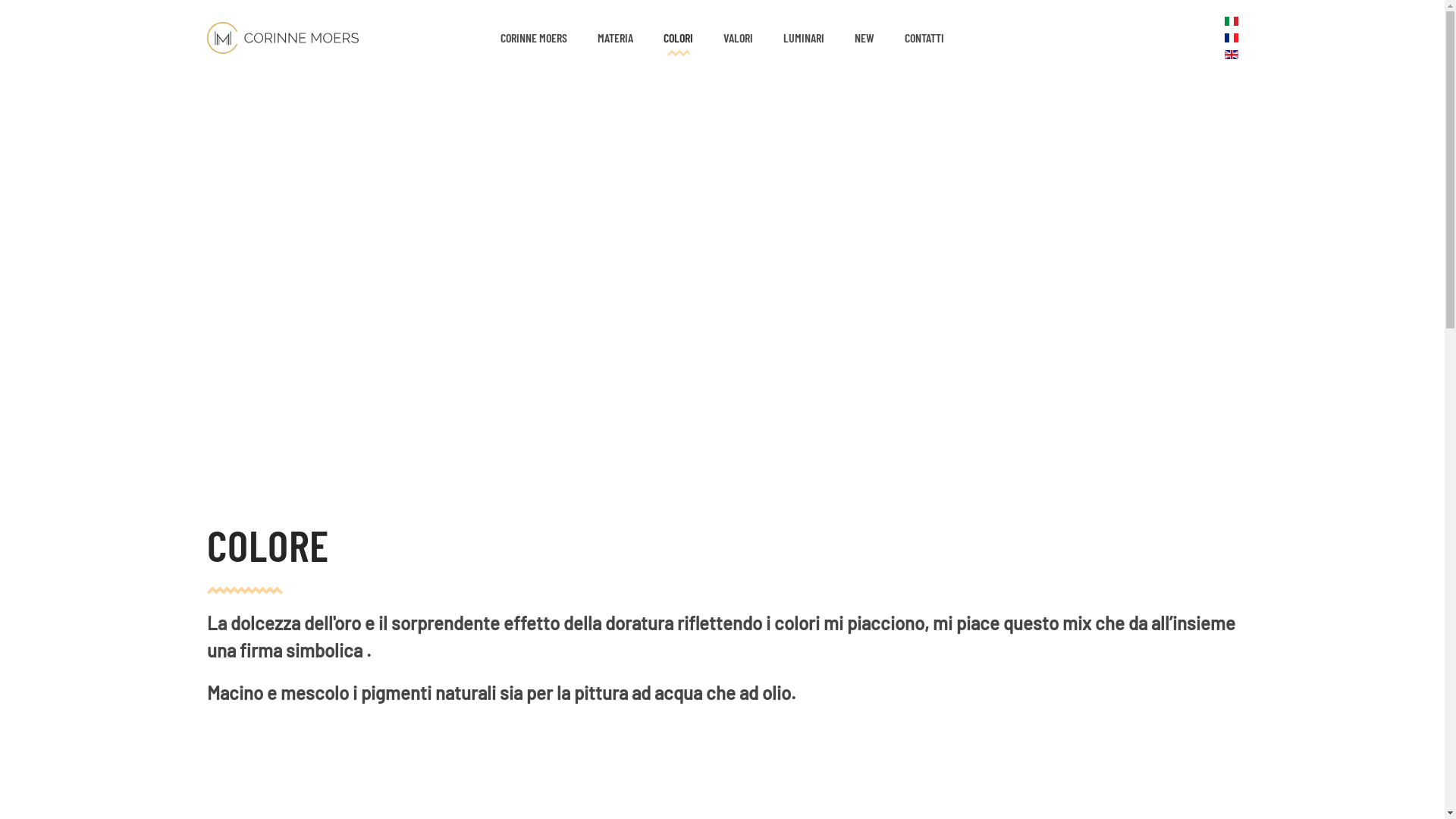  I want to click on 'NEW', so click(864, 37).